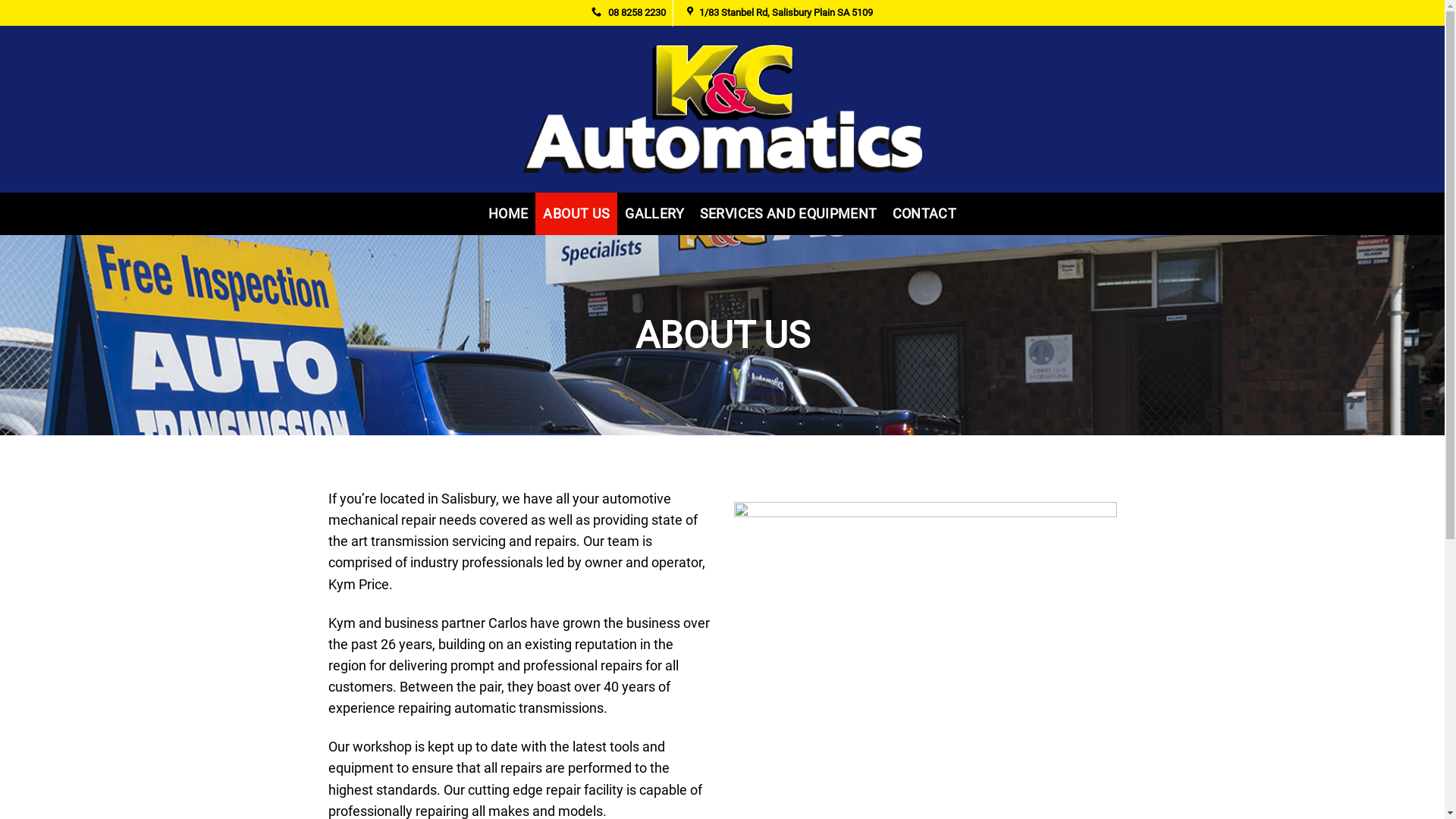 This screenshot has width=1456, height=819. Describe the element at coordinates (575, 213) in the screenshot. I see `'ABOUT US'` at that location.